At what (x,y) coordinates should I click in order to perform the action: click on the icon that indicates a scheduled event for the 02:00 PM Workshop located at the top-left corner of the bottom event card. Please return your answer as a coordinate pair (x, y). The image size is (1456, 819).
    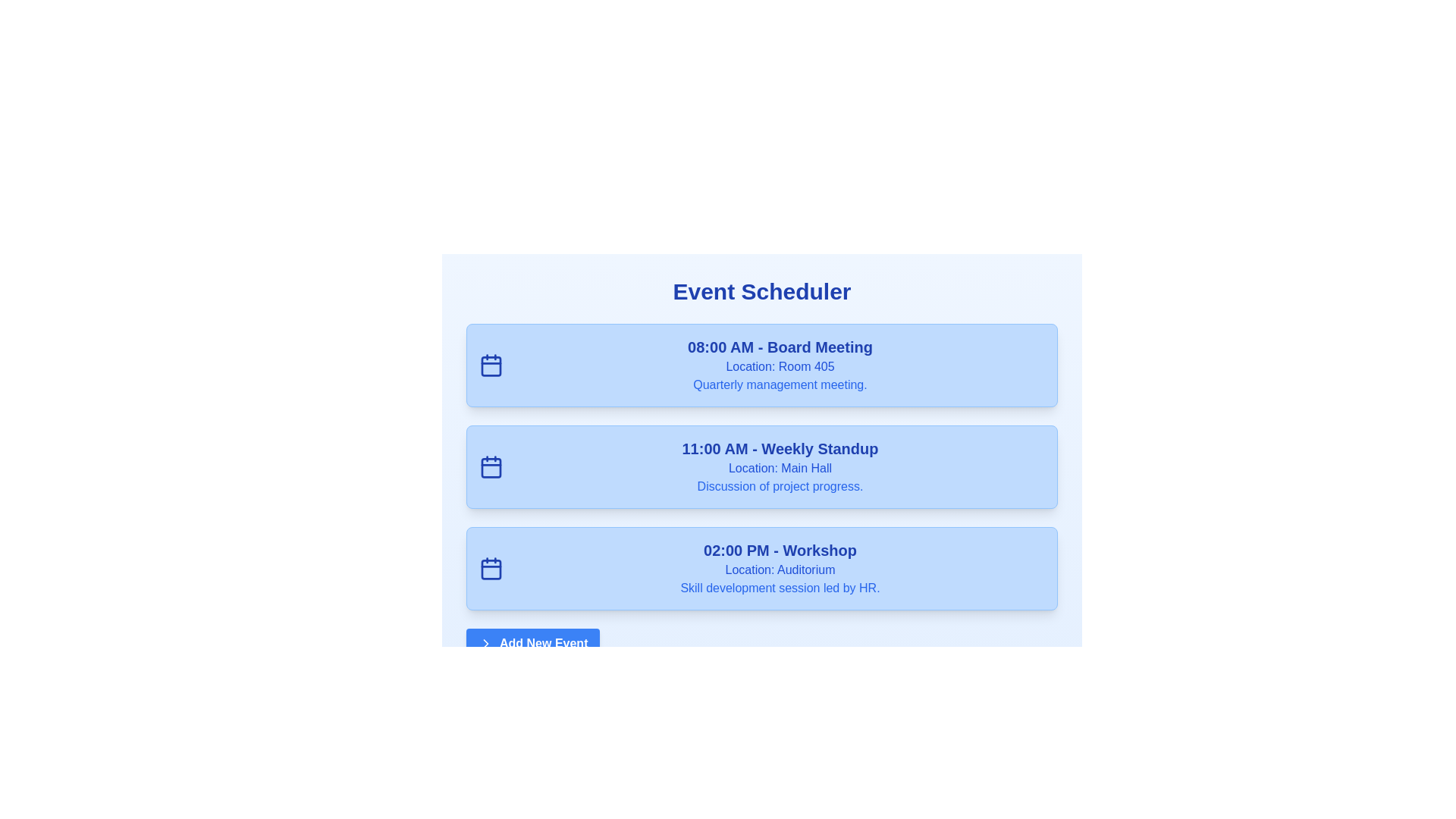
    Looking at the image, I should click on (491, 568).